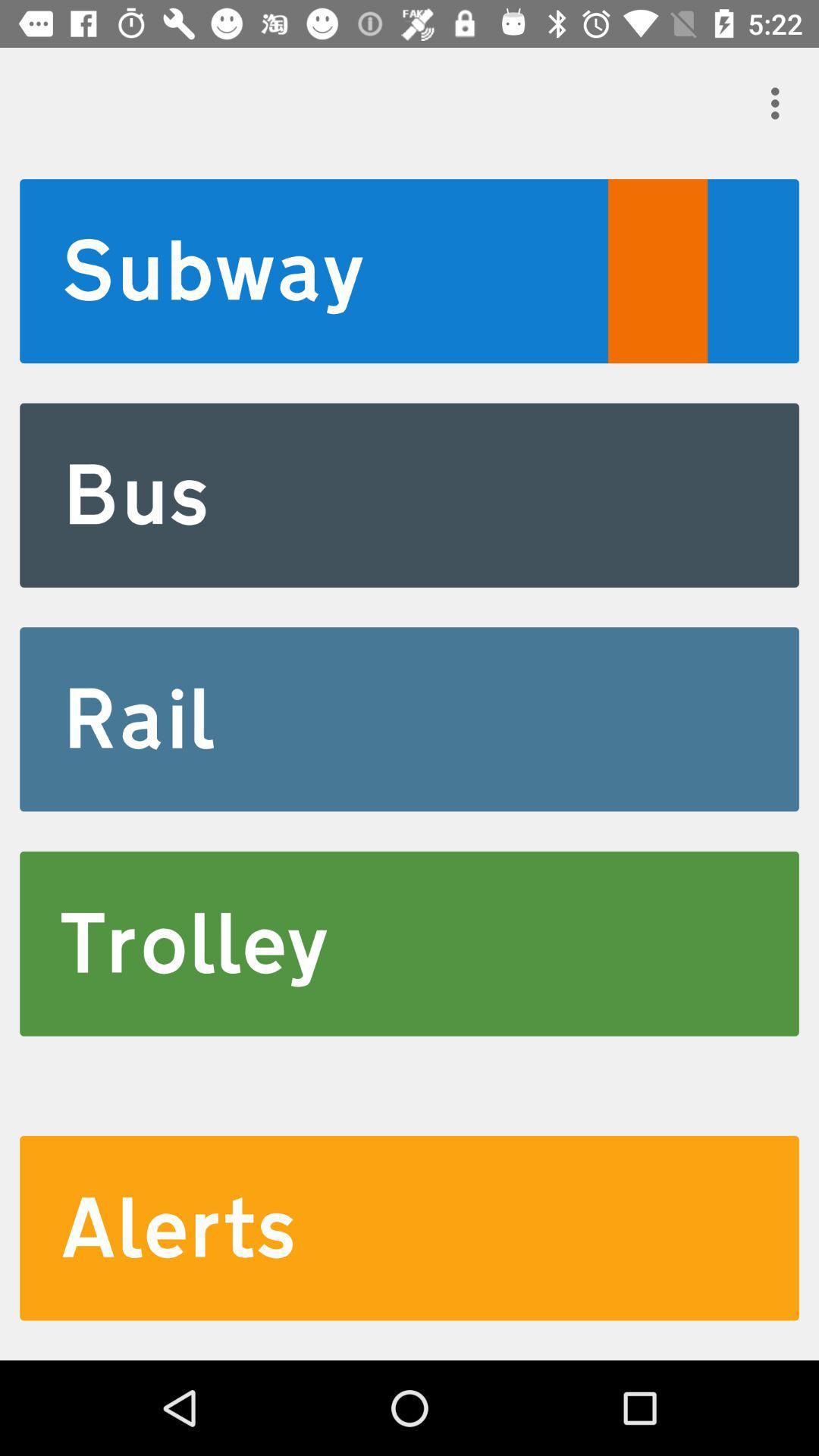 This screenshot has width=819, height=1456. Describe the element at coordinates (409, 1228) in the screenshot. I see `alerts` at that location.